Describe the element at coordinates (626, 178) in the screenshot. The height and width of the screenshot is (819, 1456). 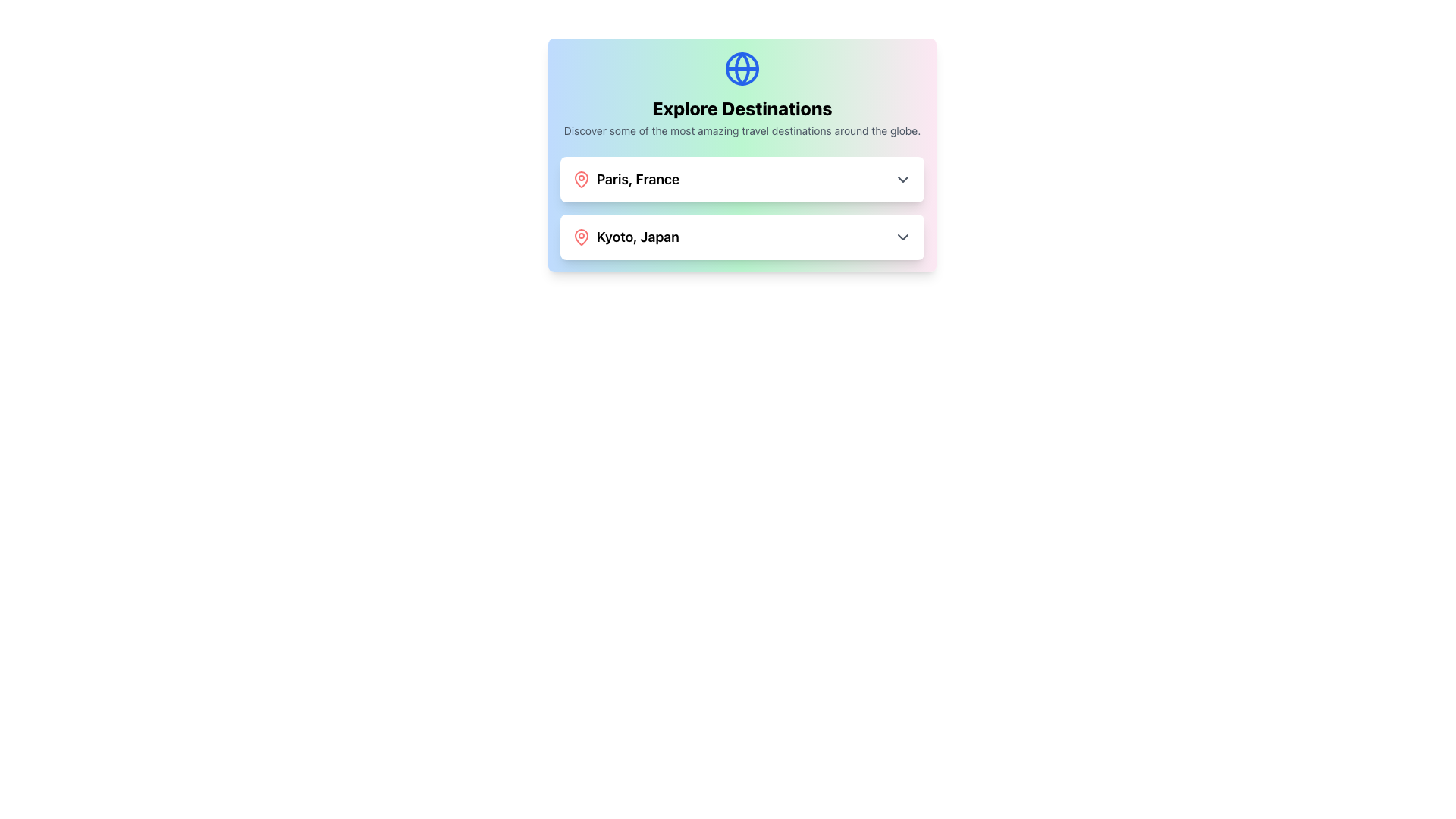
I see `the informational label indicating a travel destination, which is the first element in a vertically stacked list under the title 'Explore Destinations'` at that location.